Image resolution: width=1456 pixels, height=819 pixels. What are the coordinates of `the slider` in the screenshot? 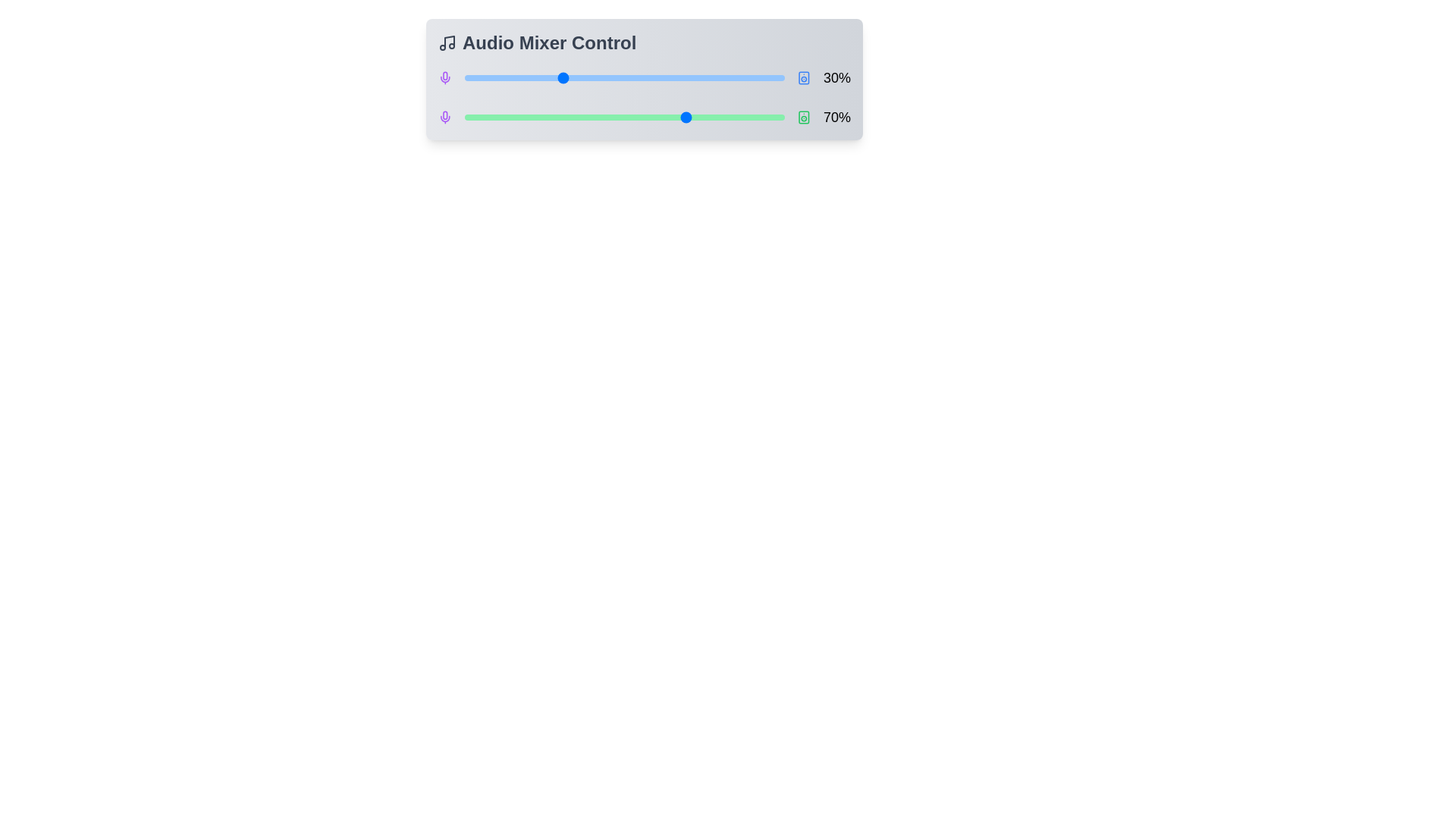 It's located at (654, 116).